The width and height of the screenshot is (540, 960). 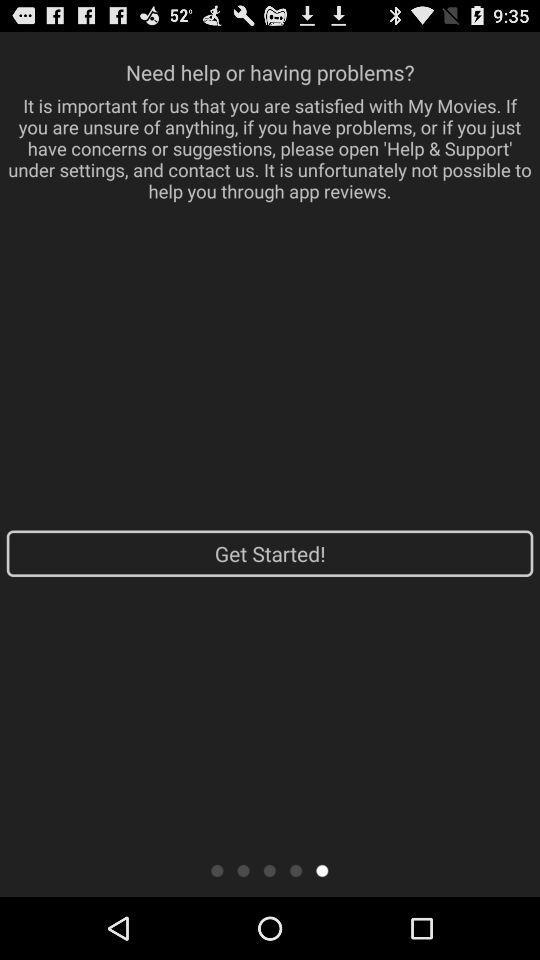 I want to click on the get started! app, so click(x=270, y=553).